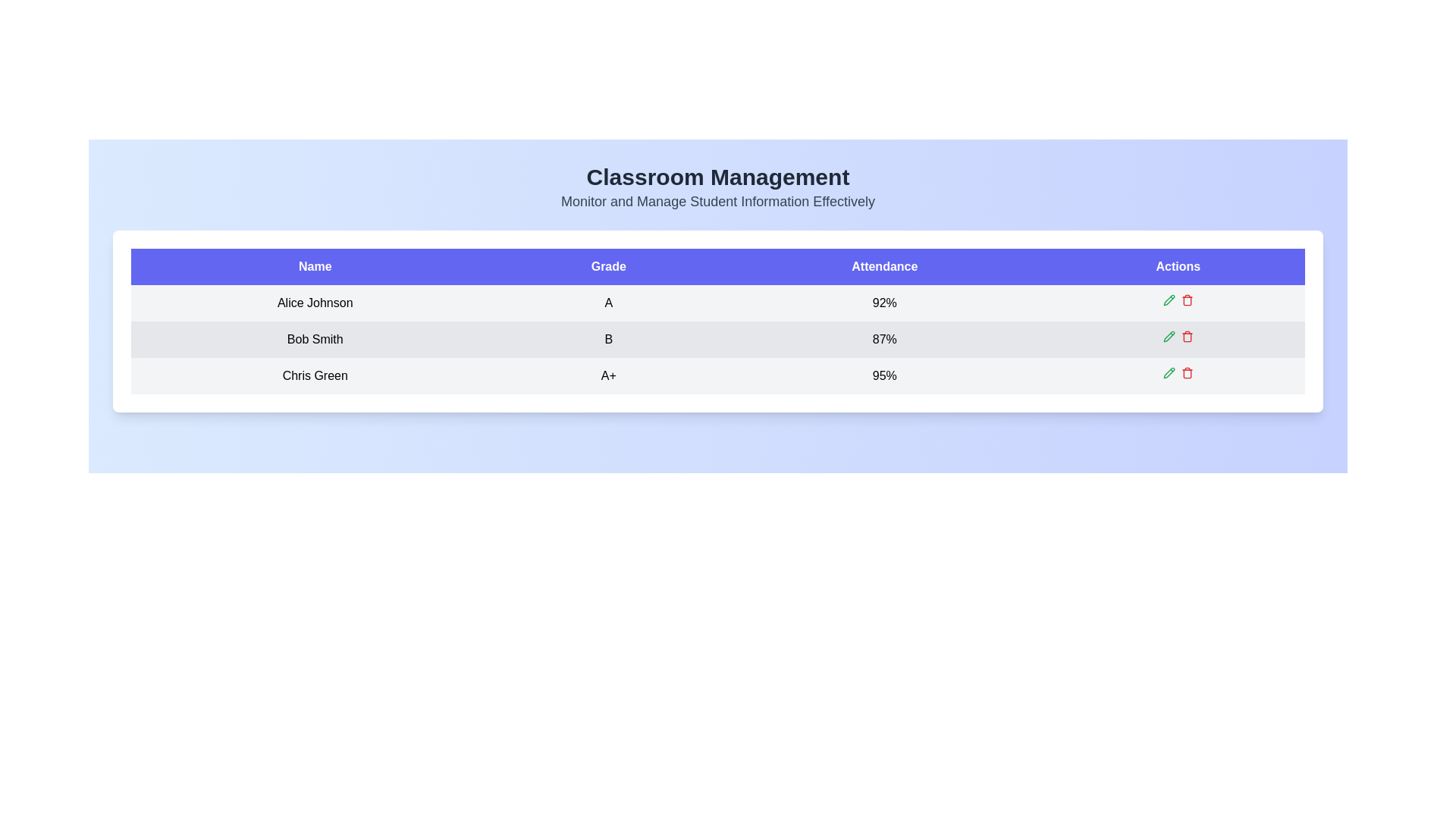 The image size is (1456, 819). Describe the element at coordinates (1186, 300) in the screenshot. I see `the delete button located in the rightmost column of the table under the 'Actions' header, which is the second icon in the first row` at that location.